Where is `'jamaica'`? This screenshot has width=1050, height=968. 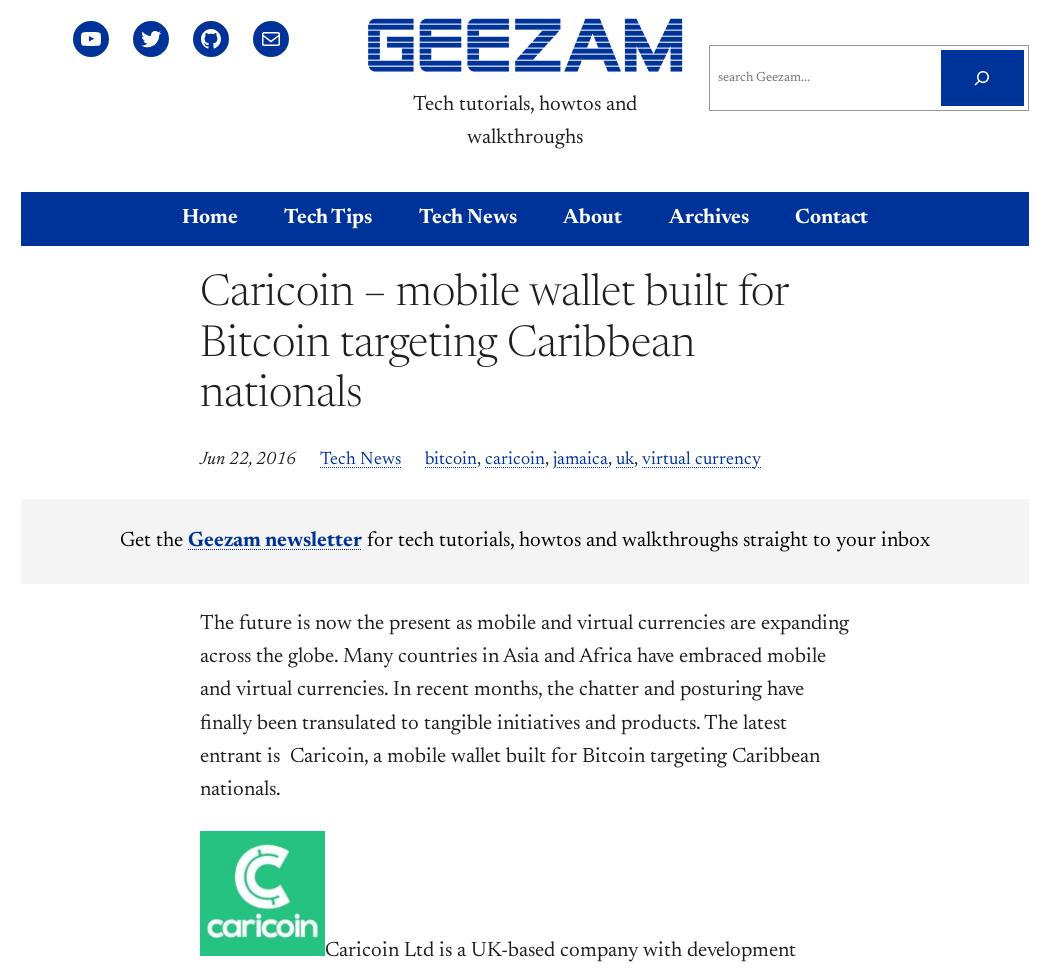 'jamaica' is located at coordinates (579, 458).